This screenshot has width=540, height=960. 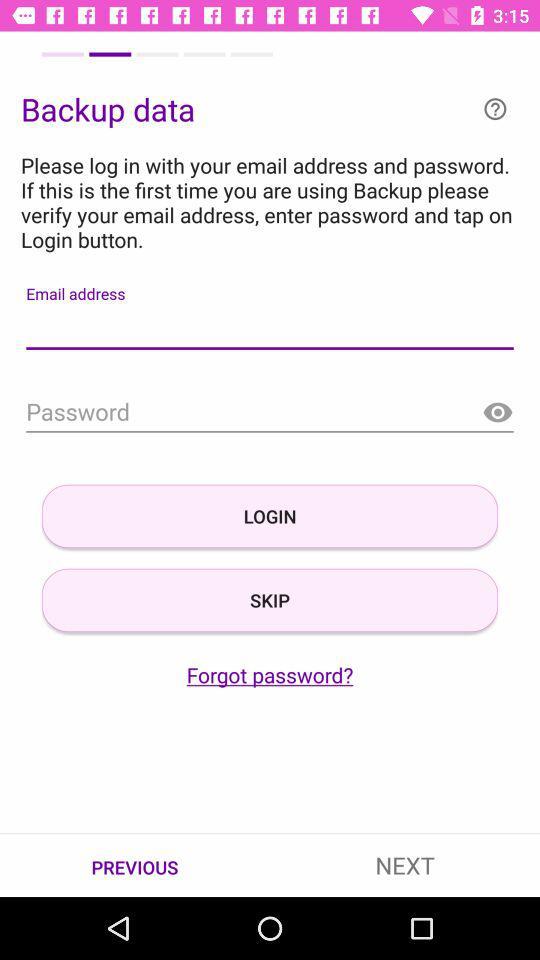 What do you see at coordinates (494, 109) in the screenshot?
I see `the help icon` at bounding box center [494, 109].